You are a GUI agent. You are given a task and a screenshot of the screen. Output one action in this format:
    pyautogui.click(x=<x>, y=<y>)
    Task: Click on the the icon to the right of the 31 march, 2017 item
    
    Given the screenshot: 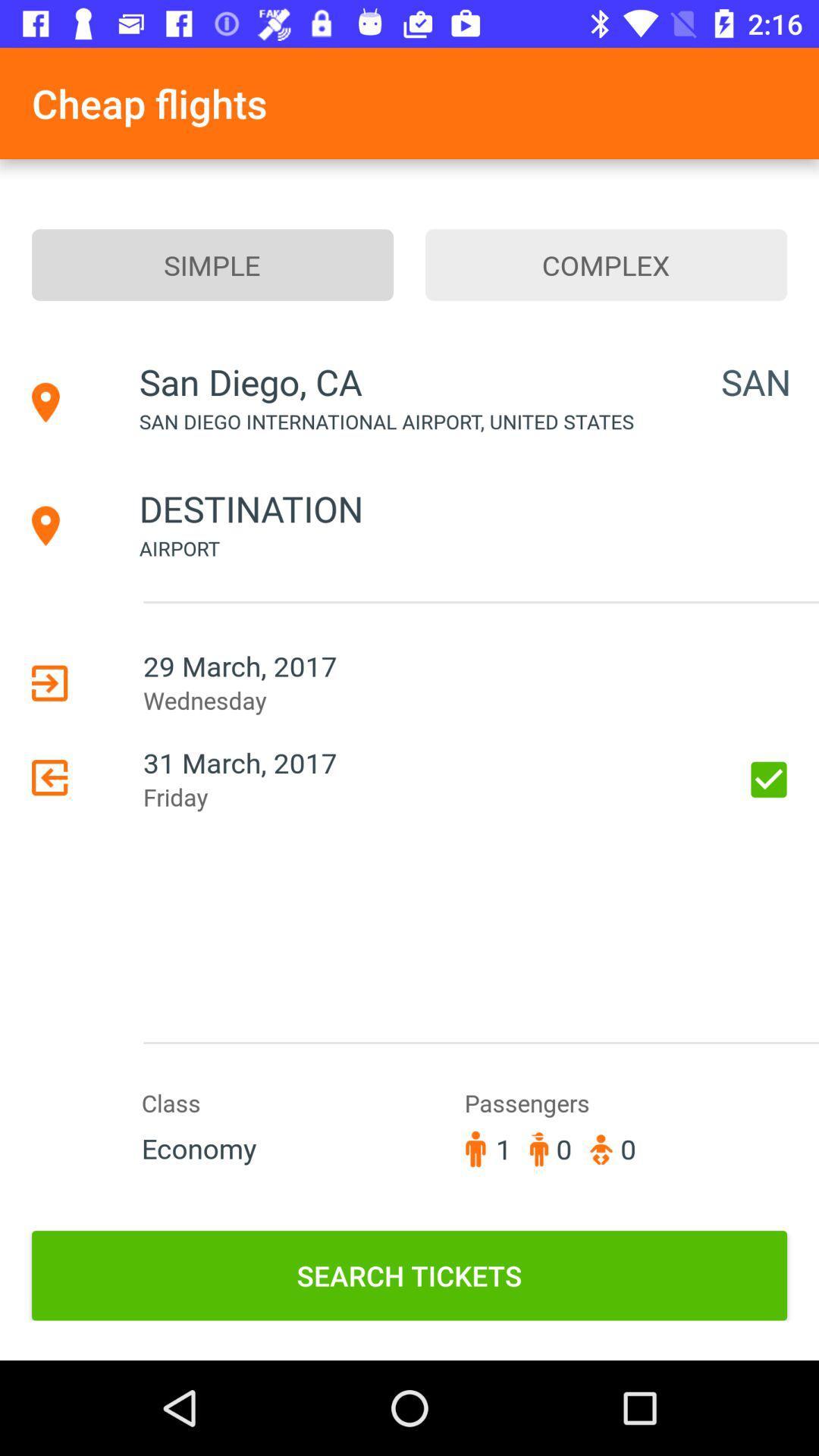 What is the action you would take?
    pyautogui.click(x=769, y=780)
    